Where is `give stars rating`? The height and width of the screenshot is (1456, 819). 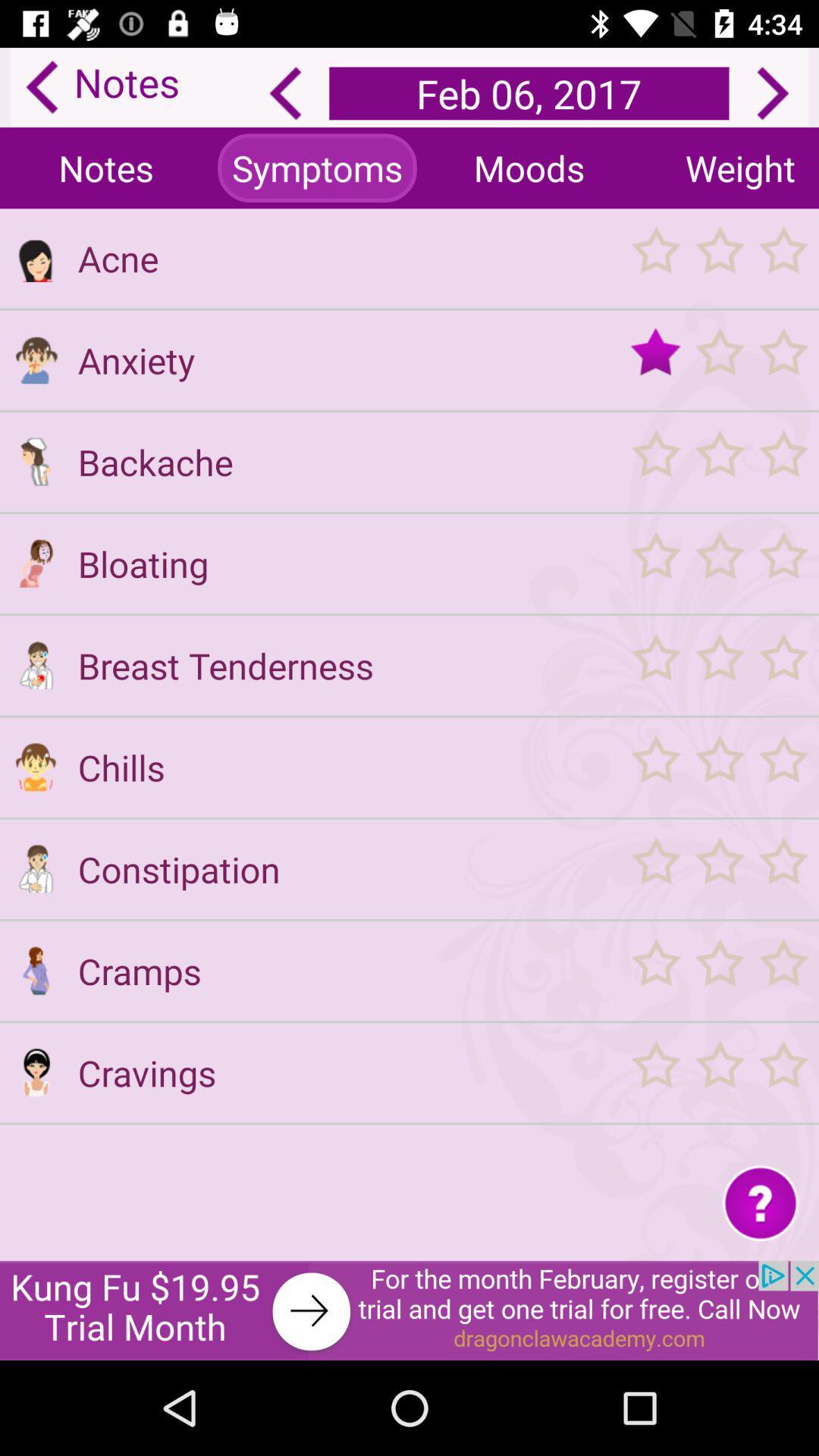
give stars rating is located at coordinates (718, 563).